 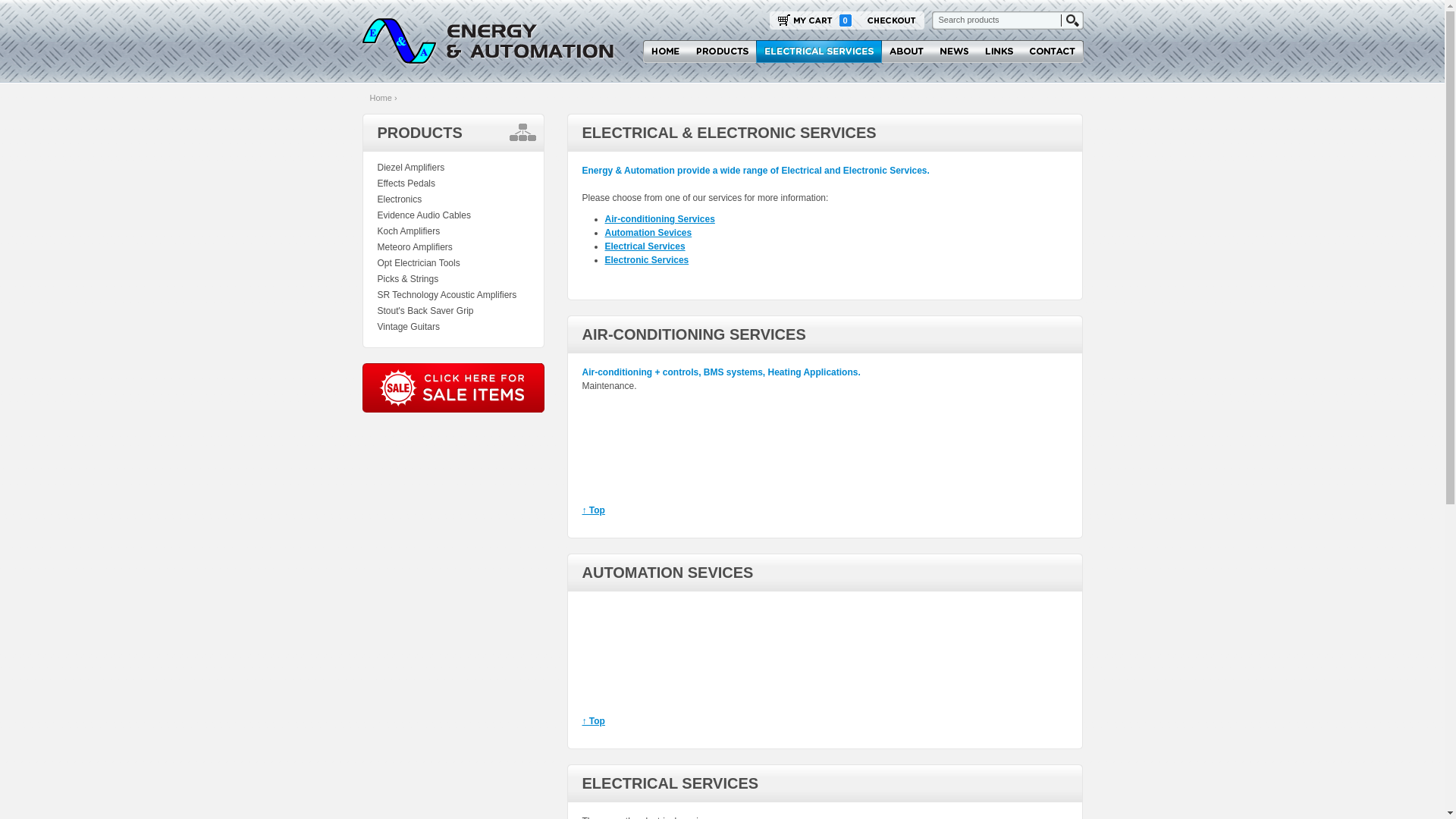 I want to click on 'Evidence Audio Cables', so click(x=423, y=215).